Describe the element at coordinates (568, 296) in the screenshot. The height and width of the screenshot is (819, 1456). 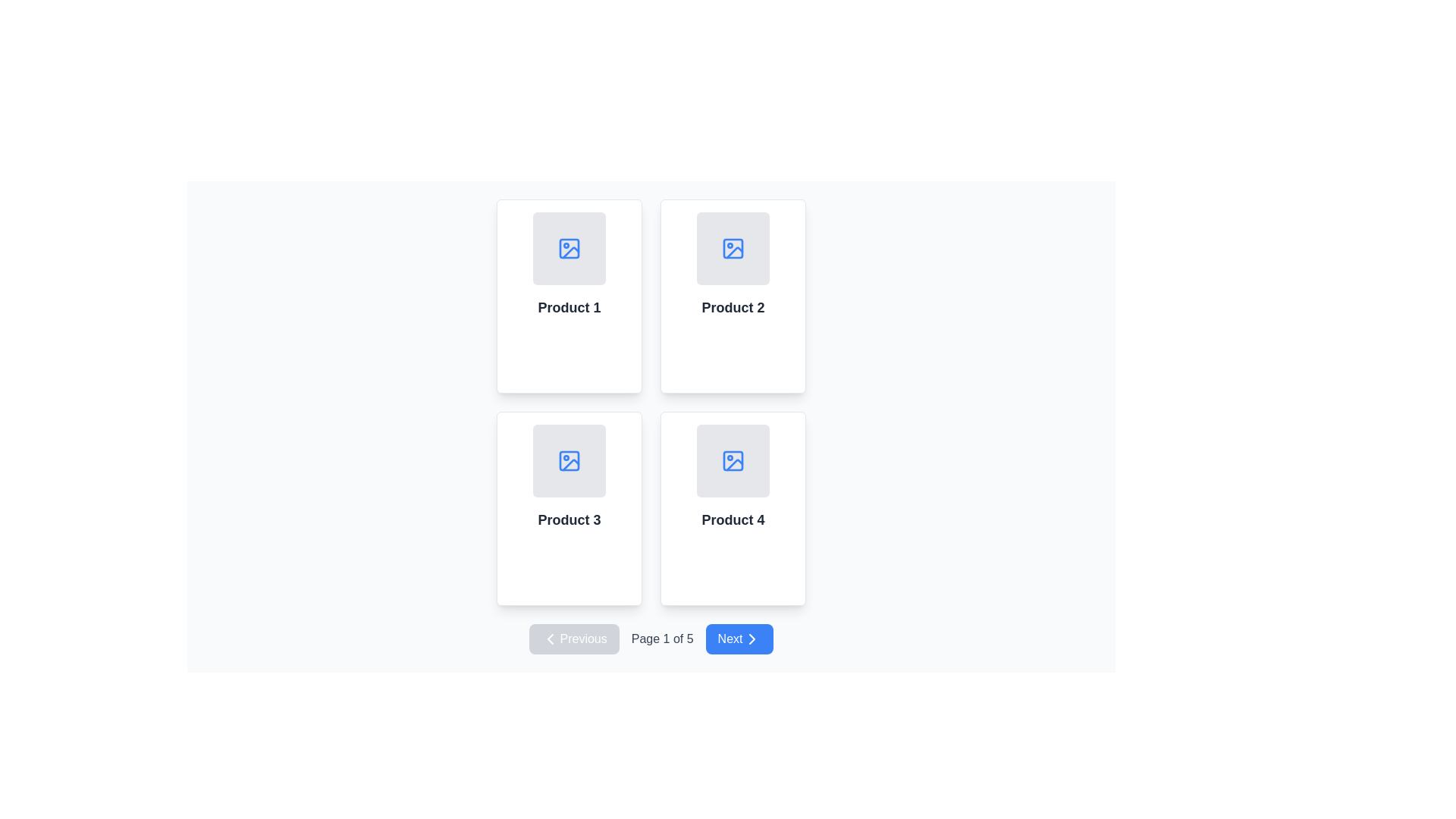
I see `the Product card located in the top-left corner of the grid` at that location.